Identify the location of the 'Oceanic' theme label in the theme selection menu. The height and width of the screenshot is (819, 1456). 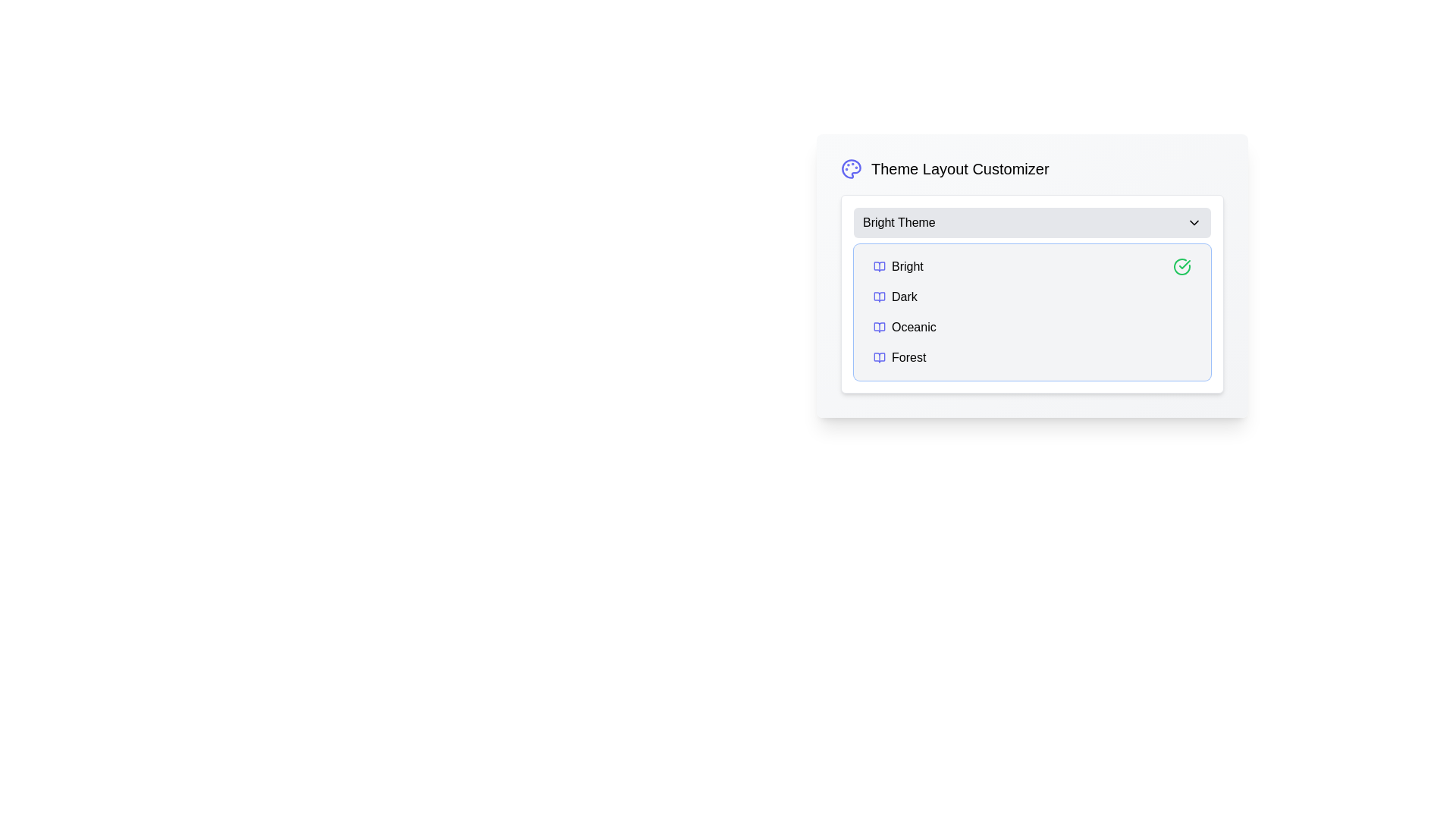
(913, 327).